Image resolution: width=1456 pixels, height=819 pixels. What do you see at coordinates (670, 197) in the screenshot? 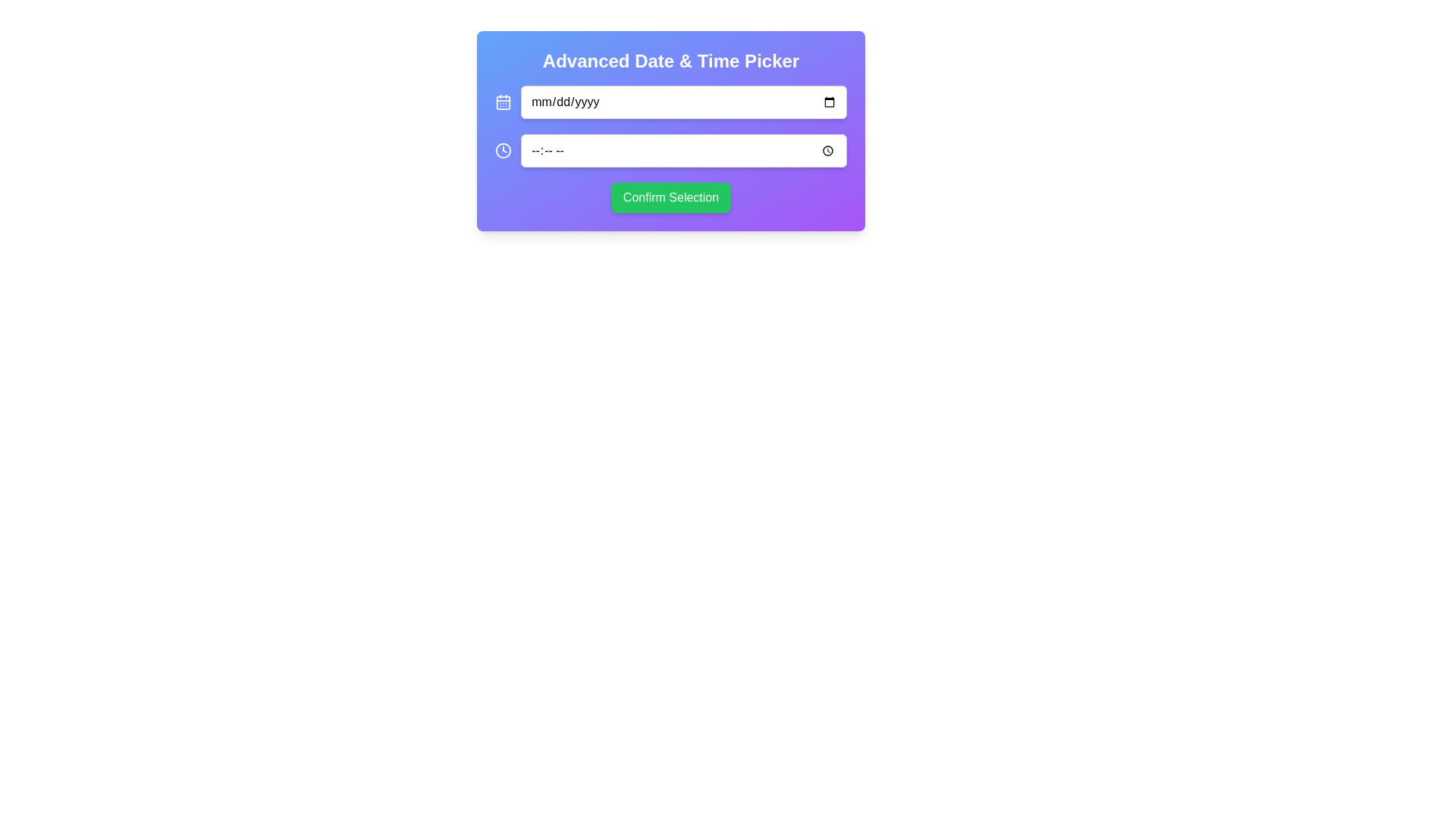
I see `the green rectangular button with rounded corners labeled 'Confirm Selection' located at the bottom of the 'Advanced Date & Time Picker' form` at bounding box center [670, 197].